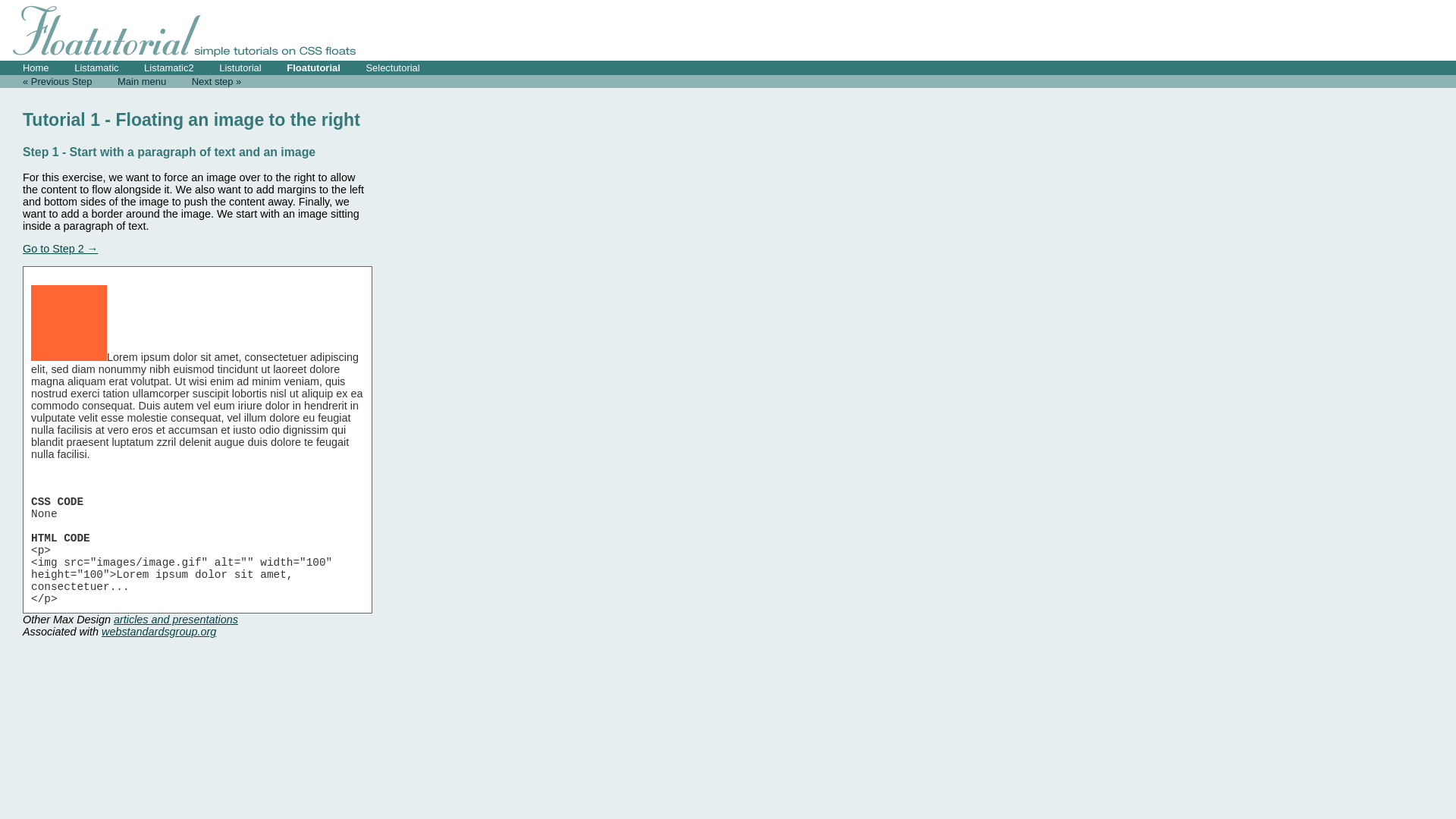 The image size is (1456, 819). What do you see at coordinates (392, 67) in the screenshot?
I see `'Selectutorial'` at bounding box center [392, 67].